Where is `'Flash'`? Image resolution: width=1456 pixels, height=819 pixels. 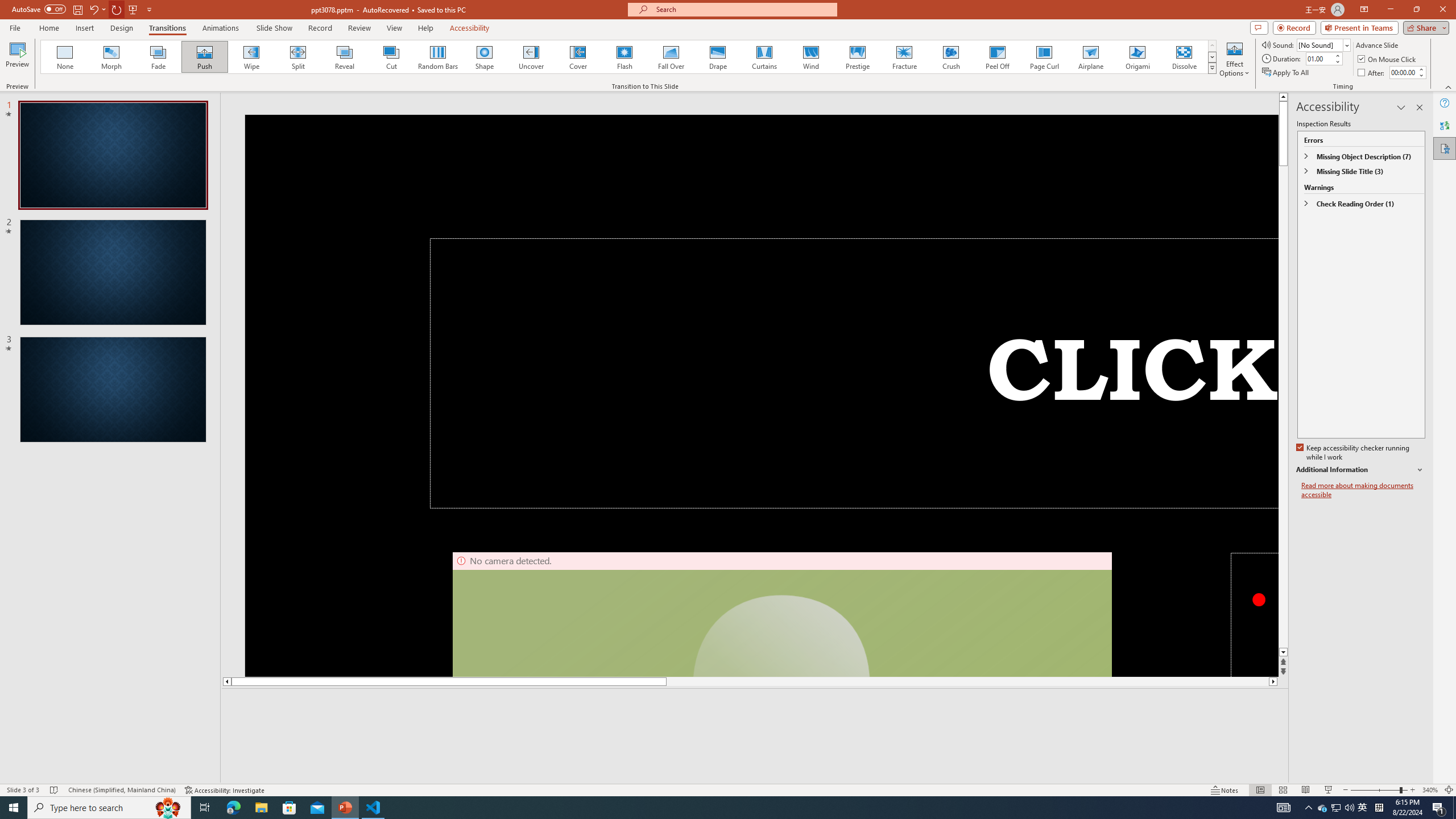
'Flash' is located at coordinates (624, 56).